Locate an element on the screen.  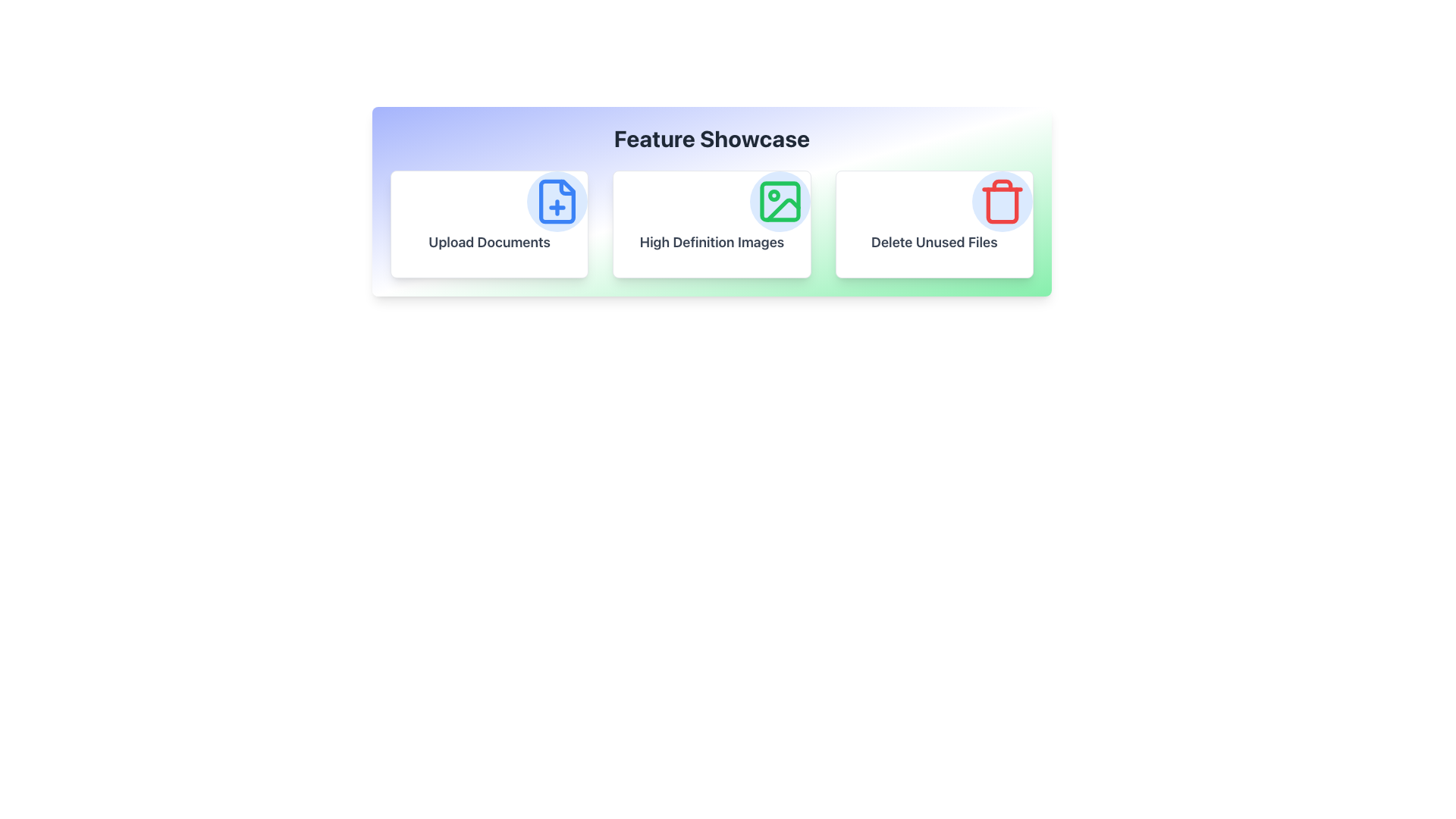
the non-interactive header or title that provides an introductory label for the section above the feature cards is located at coordinates (711, 138).